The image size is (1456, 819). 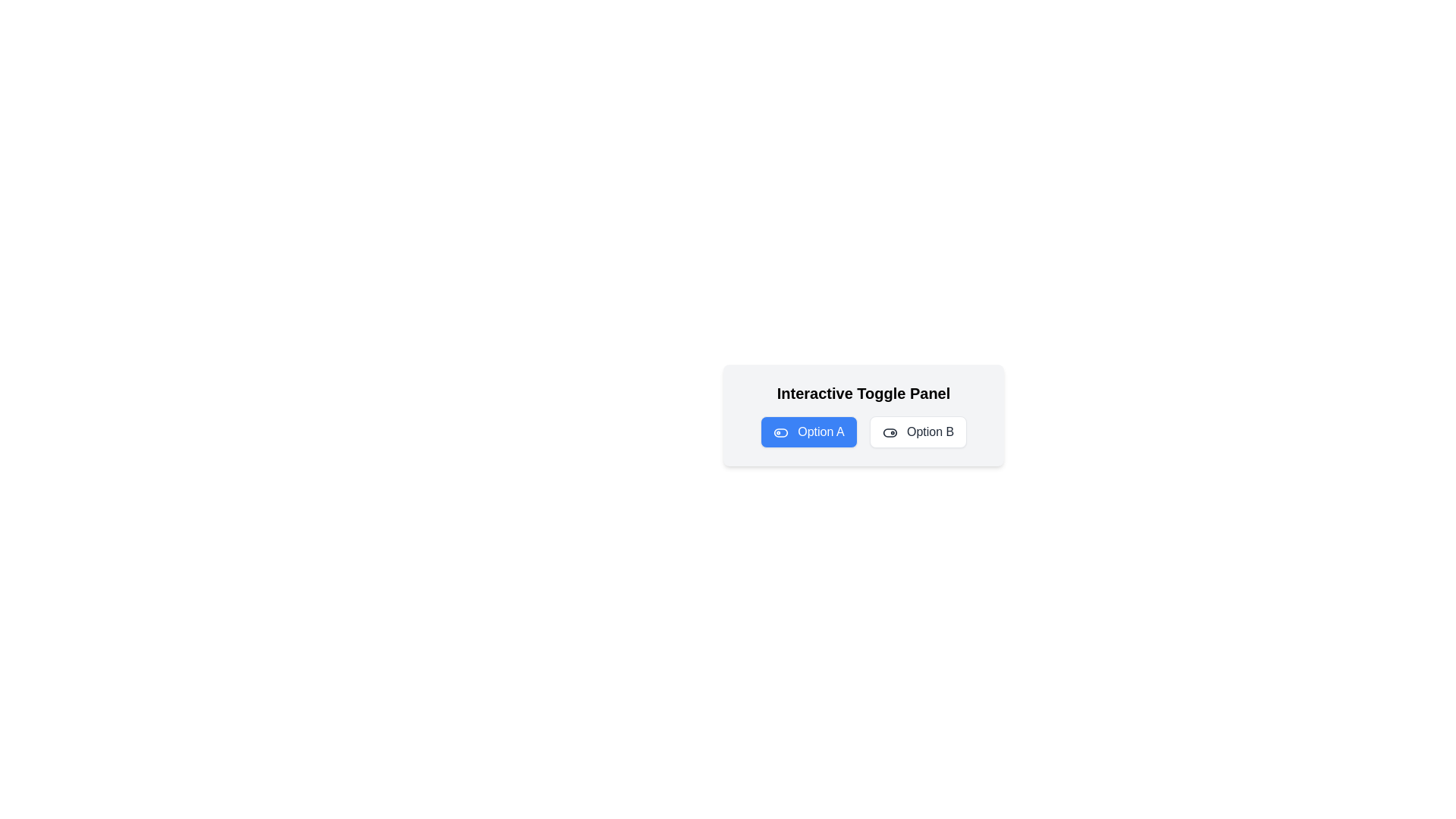 I want to click on the Toggle icon located on the left side of the 'Option B' button, so click(x=890, y=432).